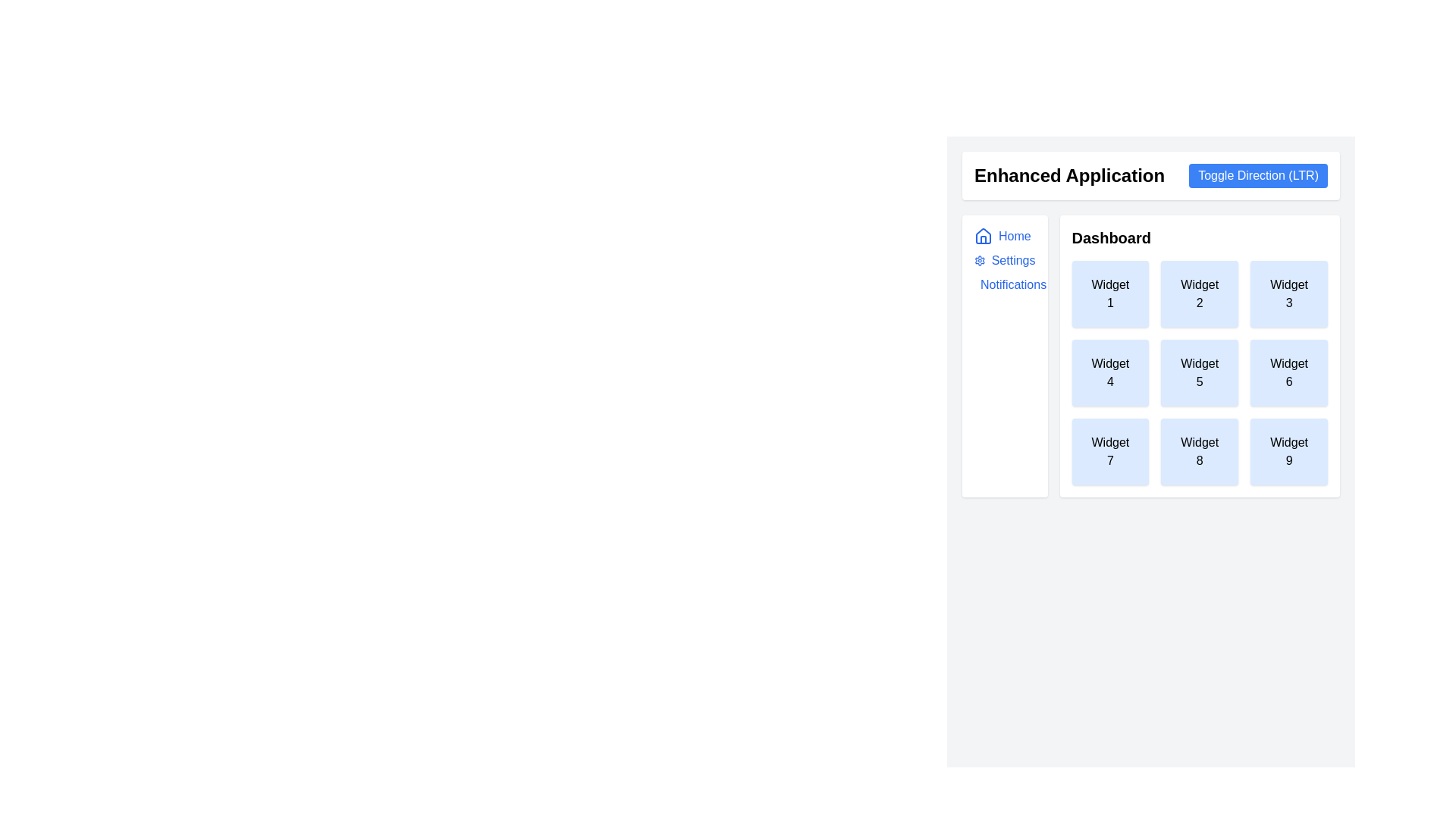  I want to click on the navigational text label located in the left-side navigation pane, which is immediately to the right of the house-shaped icon, so click(1015, 237).